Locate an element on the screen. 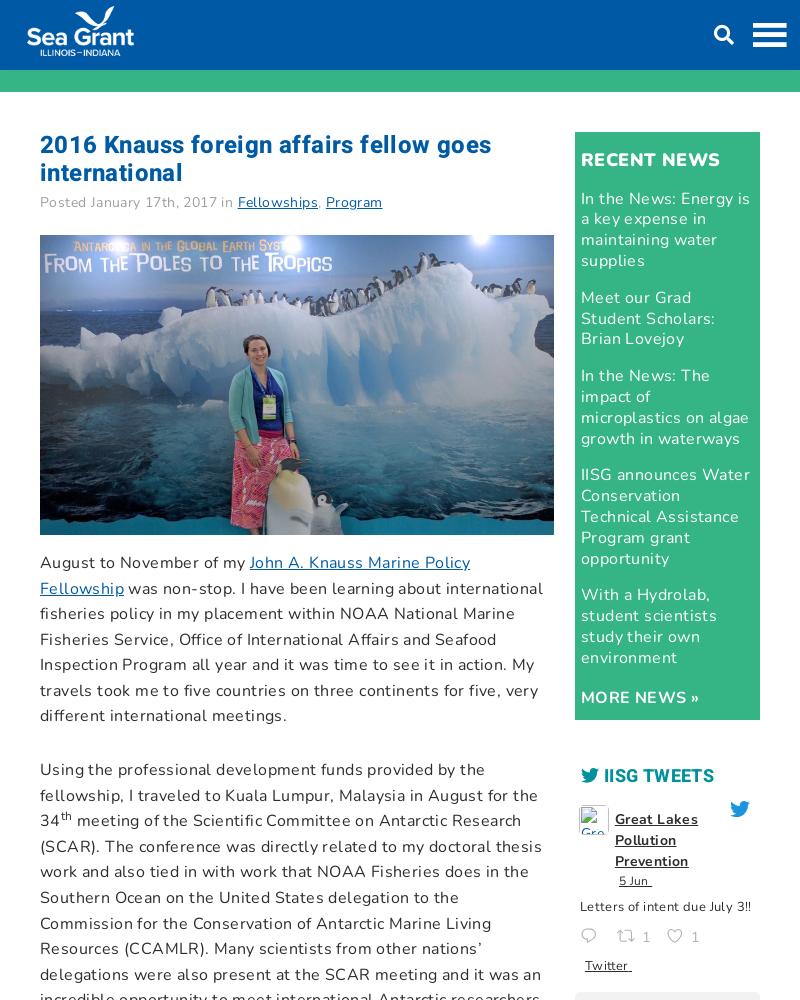 This screenshot has height=1000, width=800. 'John A. Knauss Marine Policy Fellowship' is located at coordinates (254, 574).